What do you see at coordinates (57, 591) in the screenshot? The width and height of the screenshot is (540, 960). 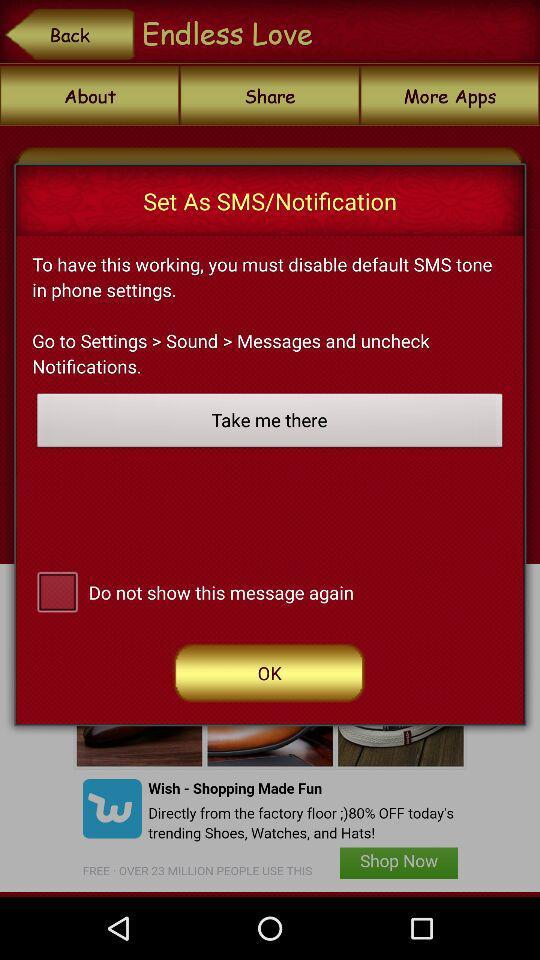 I see `do not show message again` at bounding box center [57, 591].